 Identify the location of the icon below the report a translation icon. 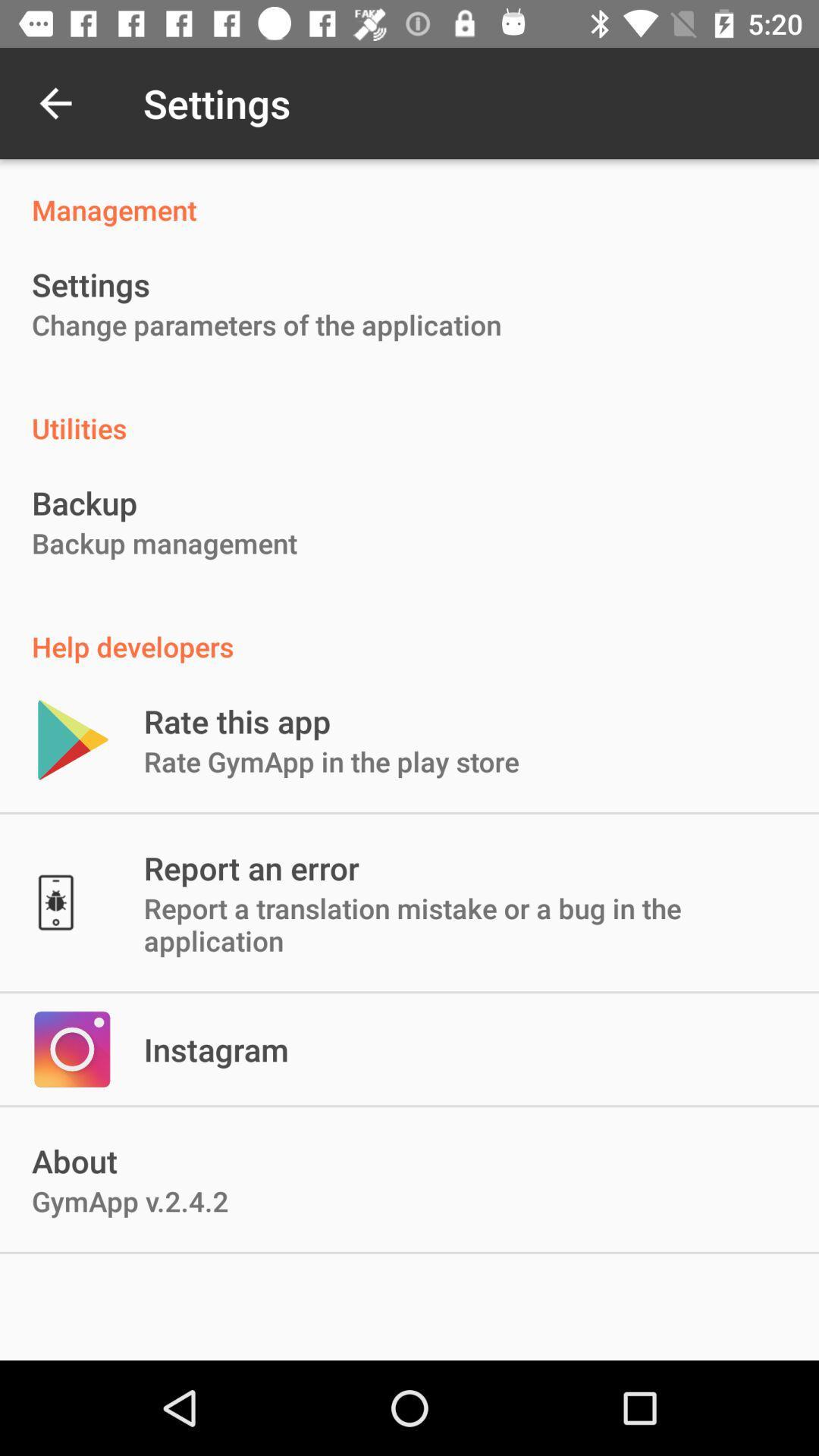
(216, 1048).